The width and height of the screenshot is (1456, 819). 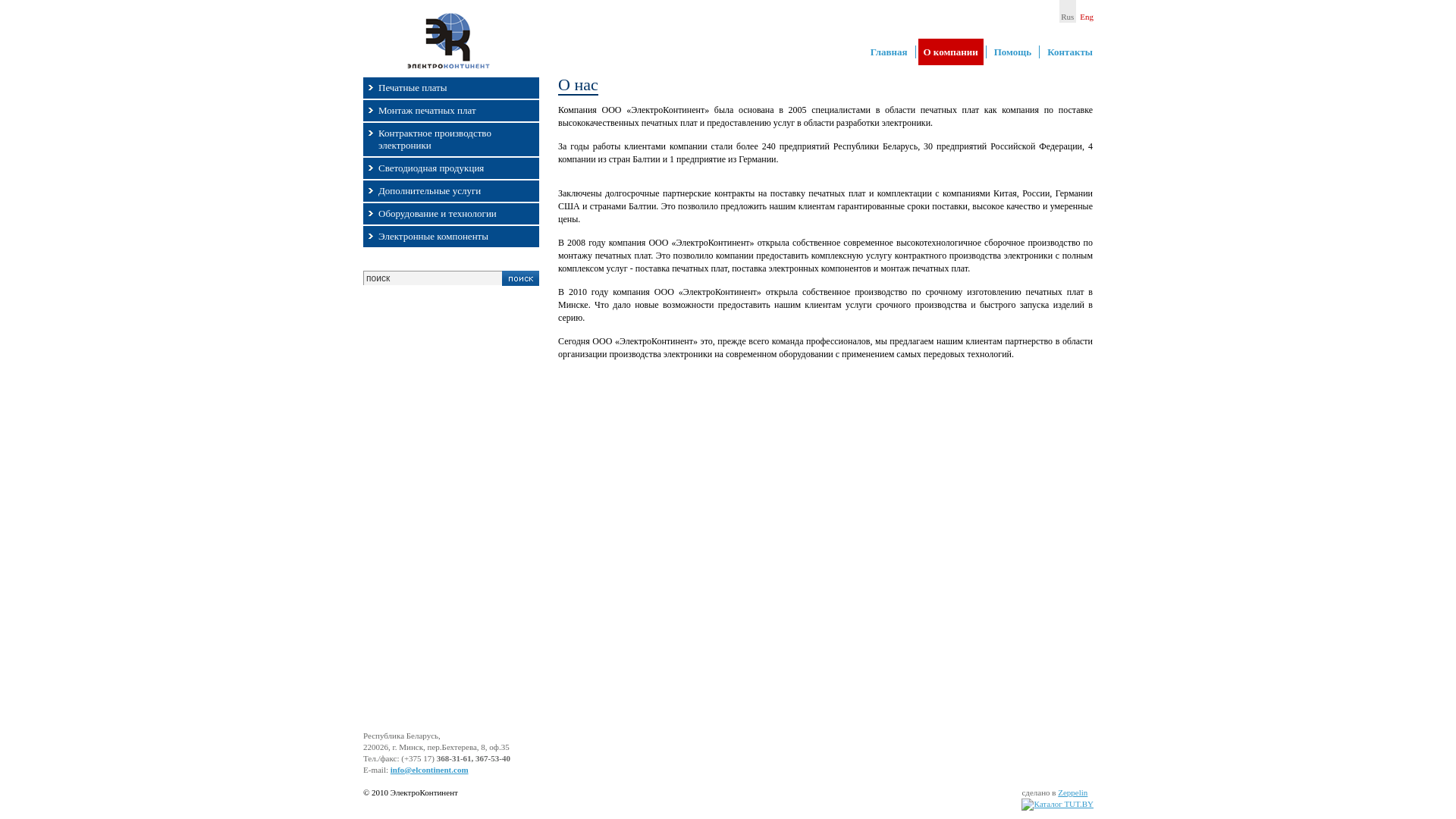 What do you see at coordinates (1072, 792) in the screenshot?
I see `'Zeppelin'` at bounding box center [1072, 792].